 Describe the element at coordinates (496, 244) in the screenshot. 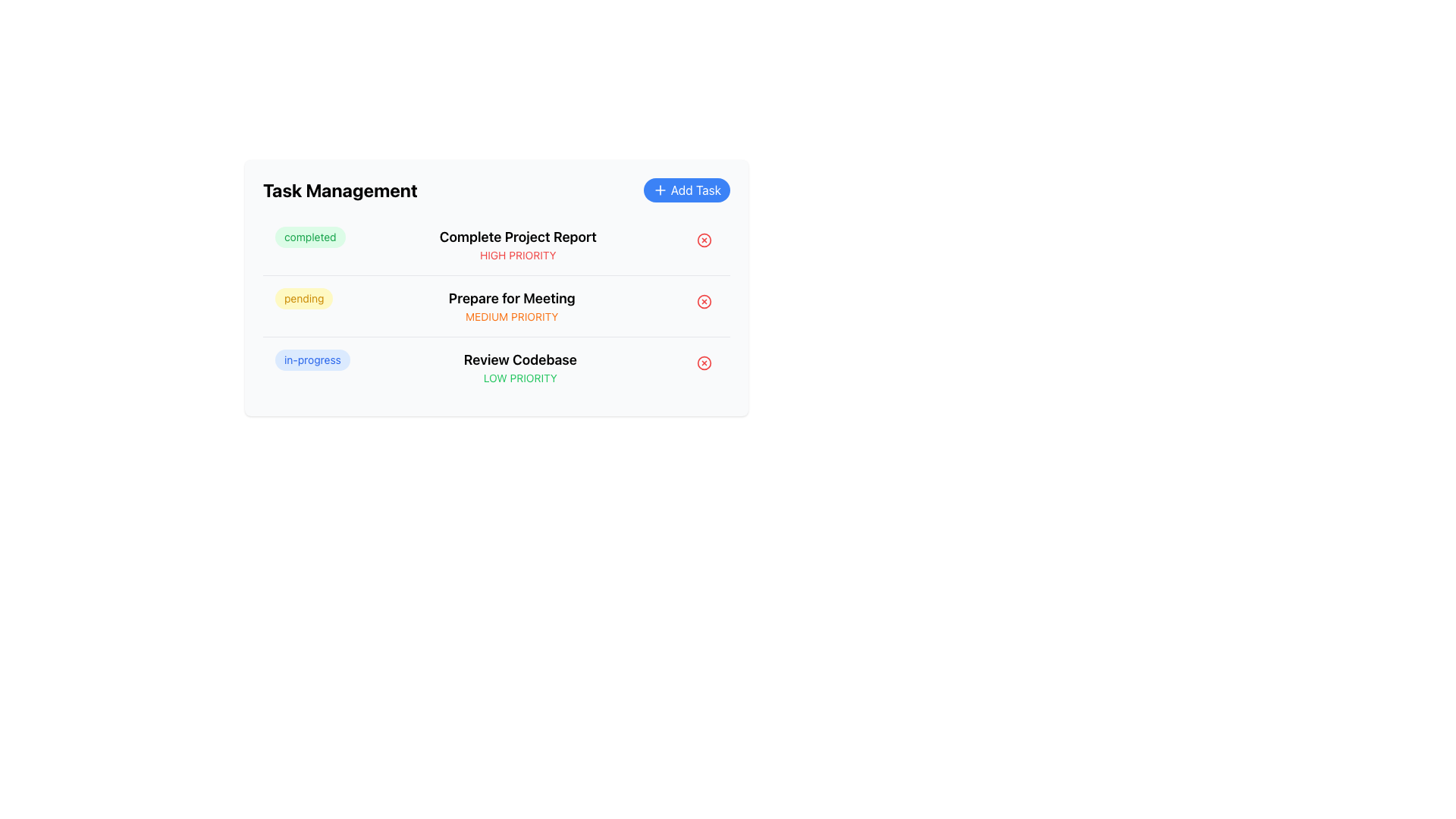

I see `the first task entry in the 'Task Management' list, which includes a green 'completed' label, a bold task description 'Complete Project Report', and a red delete icon on the right` at that location.